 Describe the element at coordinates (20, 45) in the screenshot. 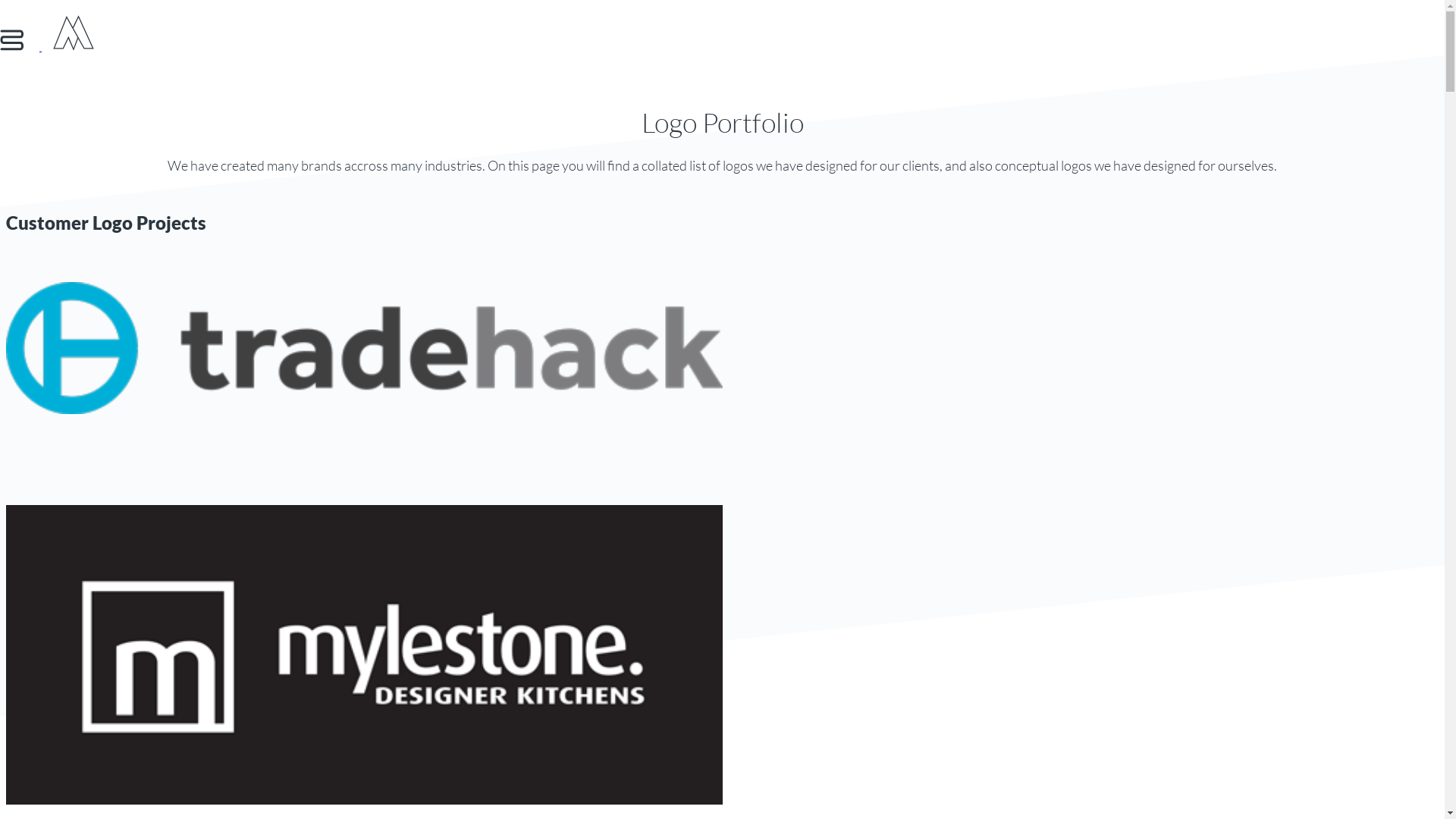

I see `'Show Menu'` at that location.